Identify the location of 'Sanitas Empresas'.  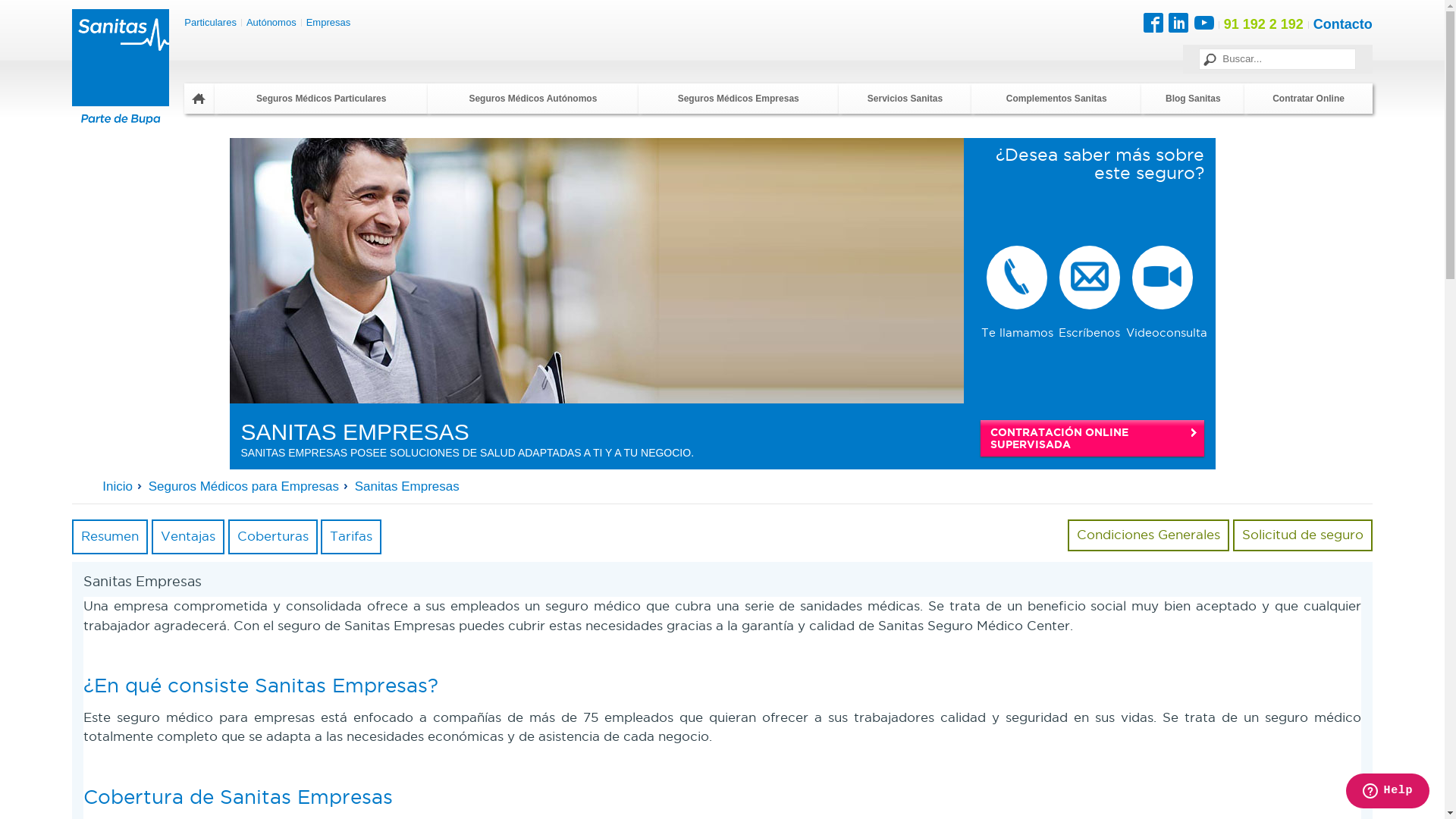
(407, 486).